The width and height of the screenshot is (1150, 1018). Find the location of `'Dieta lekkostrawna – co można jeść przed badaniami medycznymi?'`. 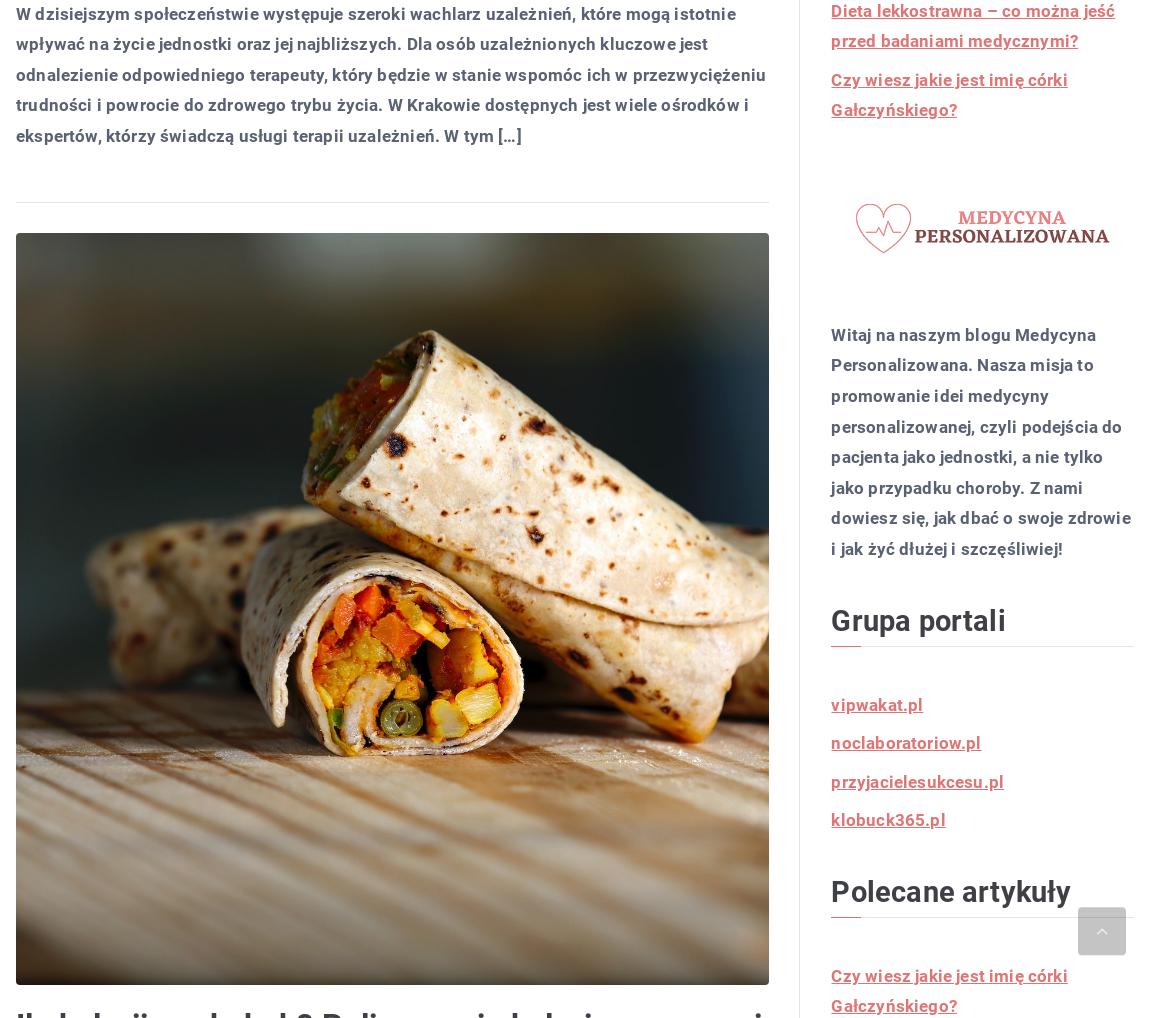

'Dieta lekkostrawna – co można jeść przed badaniami medycznymi?' is located at coordinates (973, 24).